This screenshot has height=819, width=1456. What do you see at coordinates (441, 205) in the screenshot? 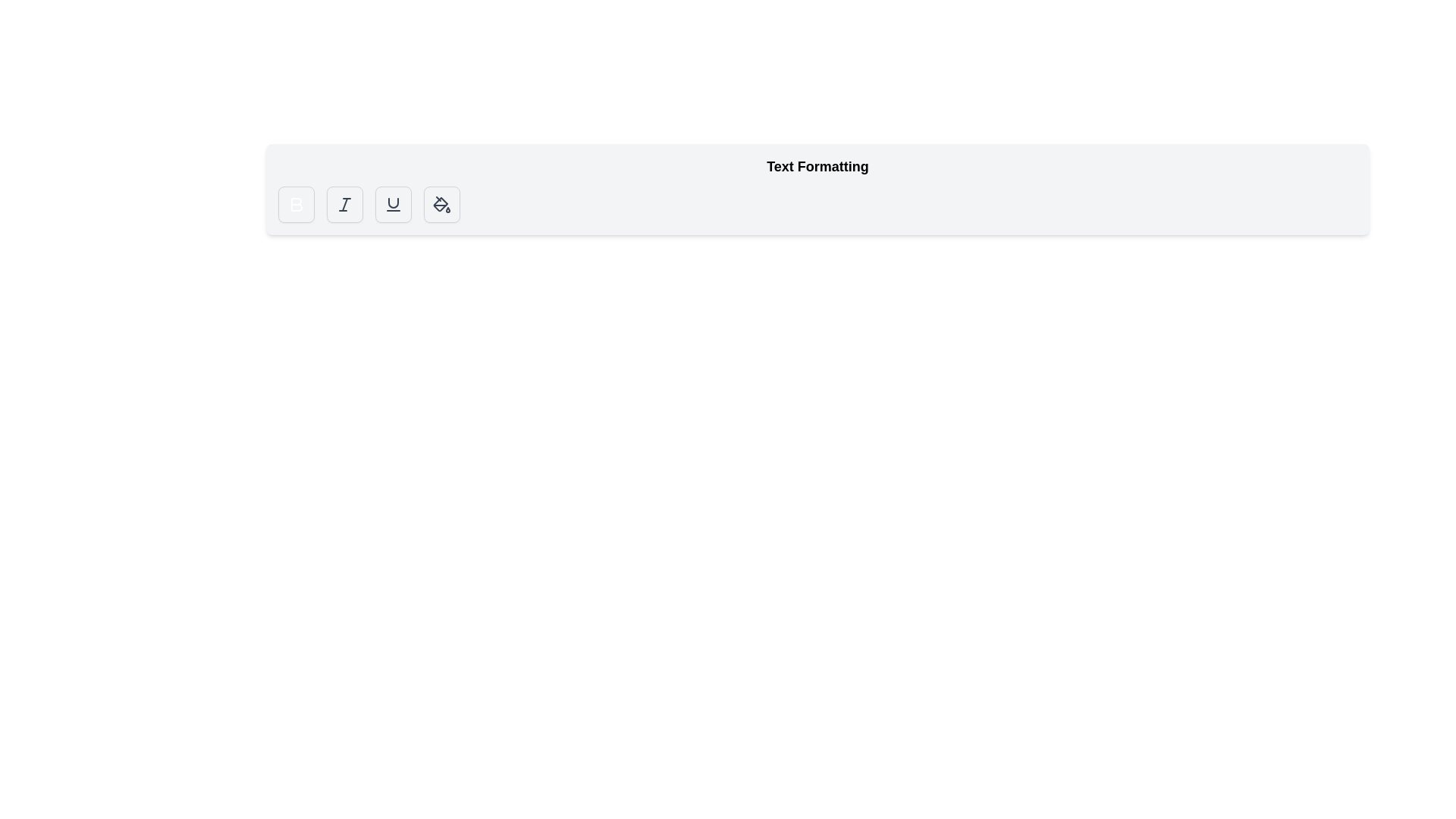
I see `the paint bucket icon, which is the fourth button from the left in the toolbar` at bounding box center [441, 205].